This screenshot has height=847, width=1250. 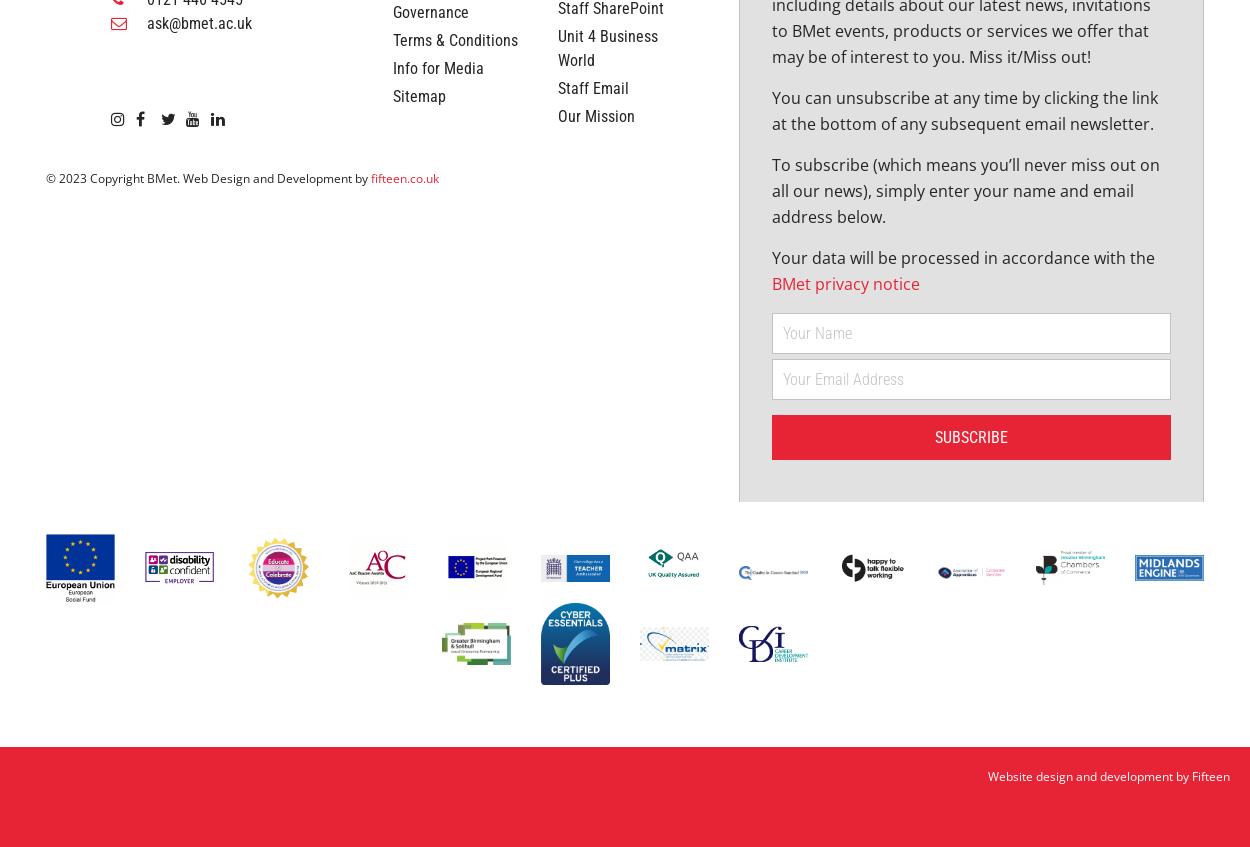 What do you see at coordinates (46, 323) in the screenshot?
I see `'© 2023 Copyright BMet. Web Design and Development by'` at bounding box center [46, 323].